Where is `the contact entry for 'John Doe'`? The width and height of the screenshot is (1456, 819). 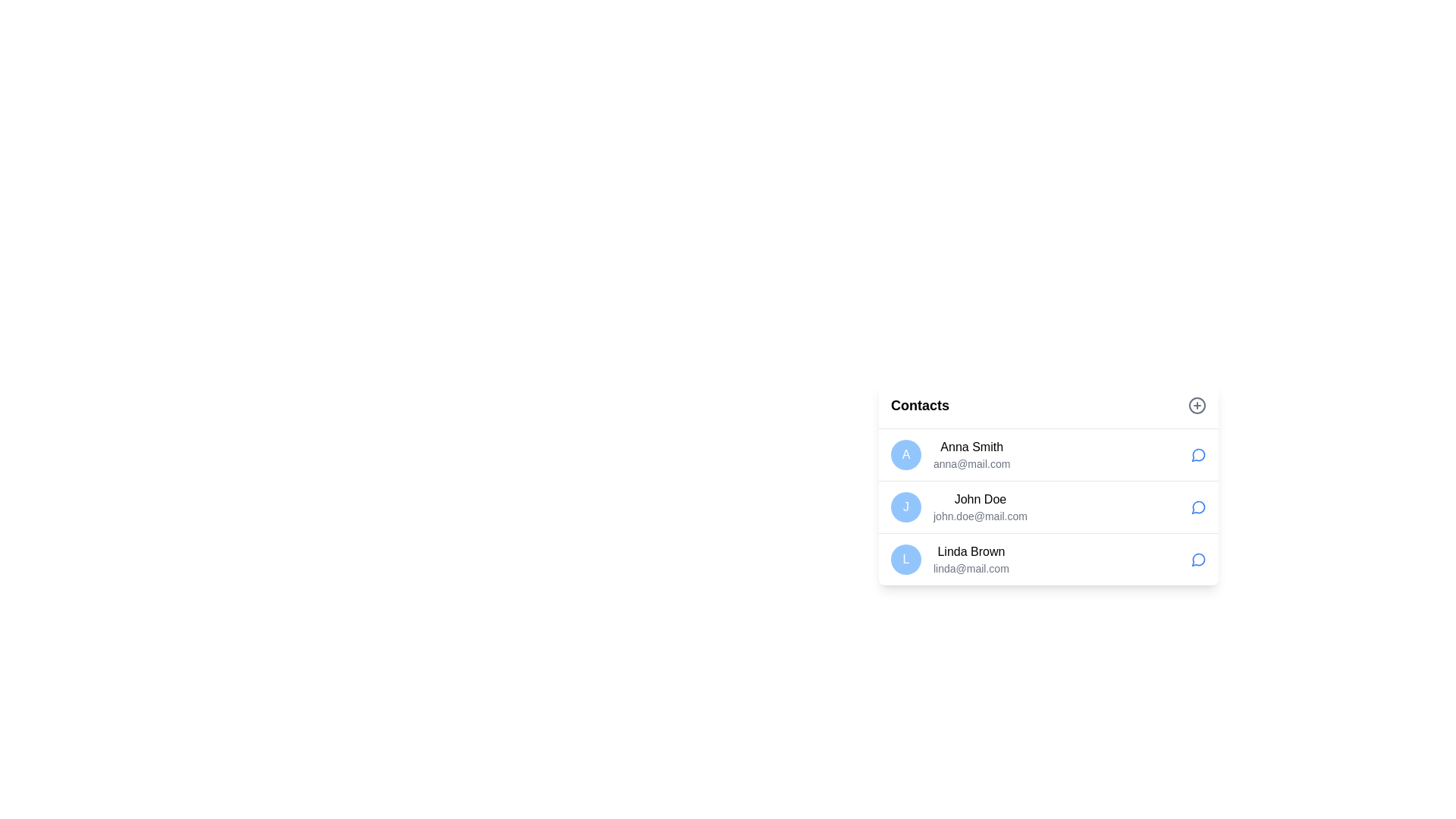
the contact entry for 'John Doe' is located at coordinates (1047, 493).